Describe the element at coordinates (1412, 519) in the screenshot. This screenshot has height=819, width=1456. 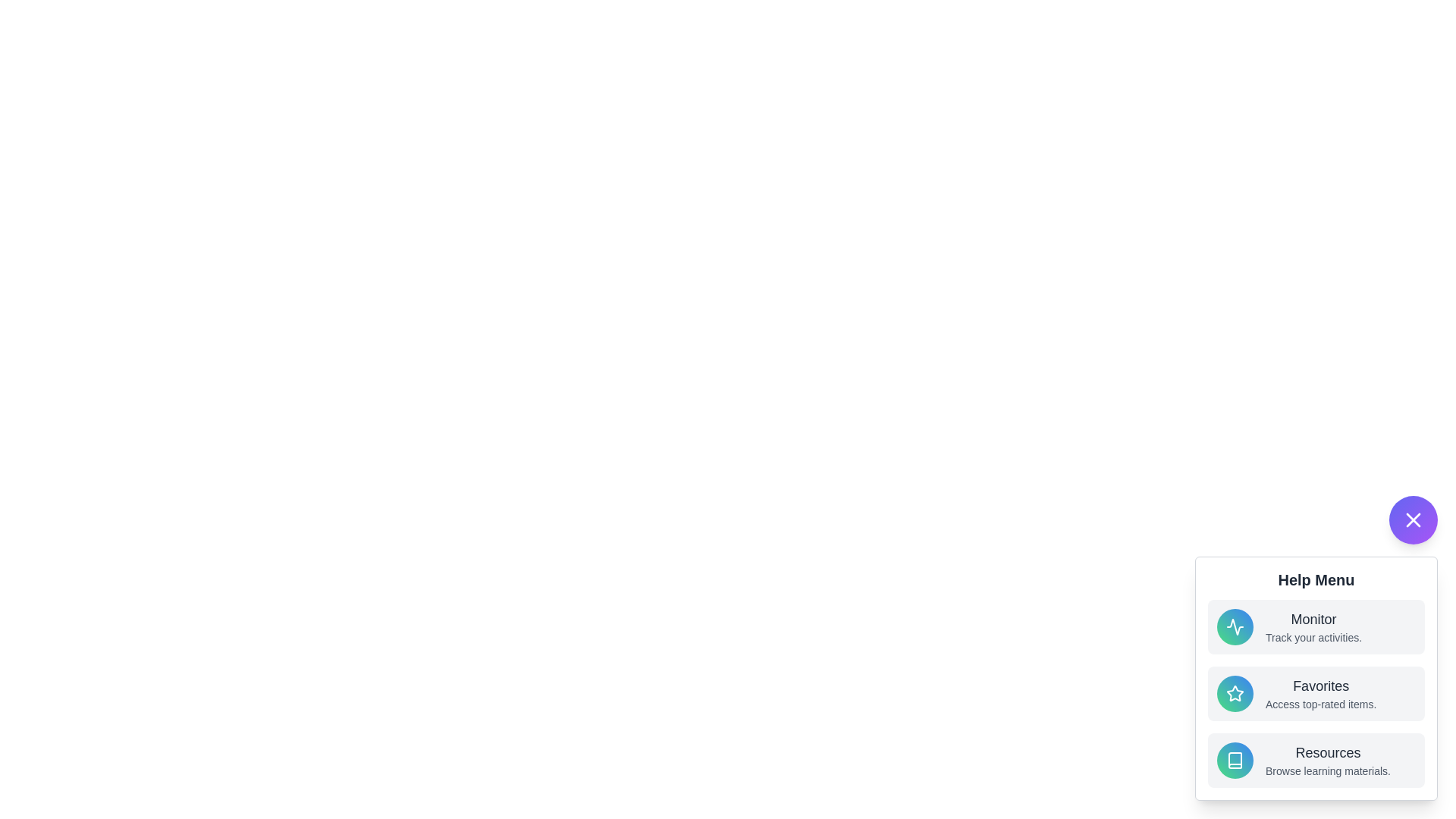
I see `the floating action button to toggle the visibility of the help menu` at that location.